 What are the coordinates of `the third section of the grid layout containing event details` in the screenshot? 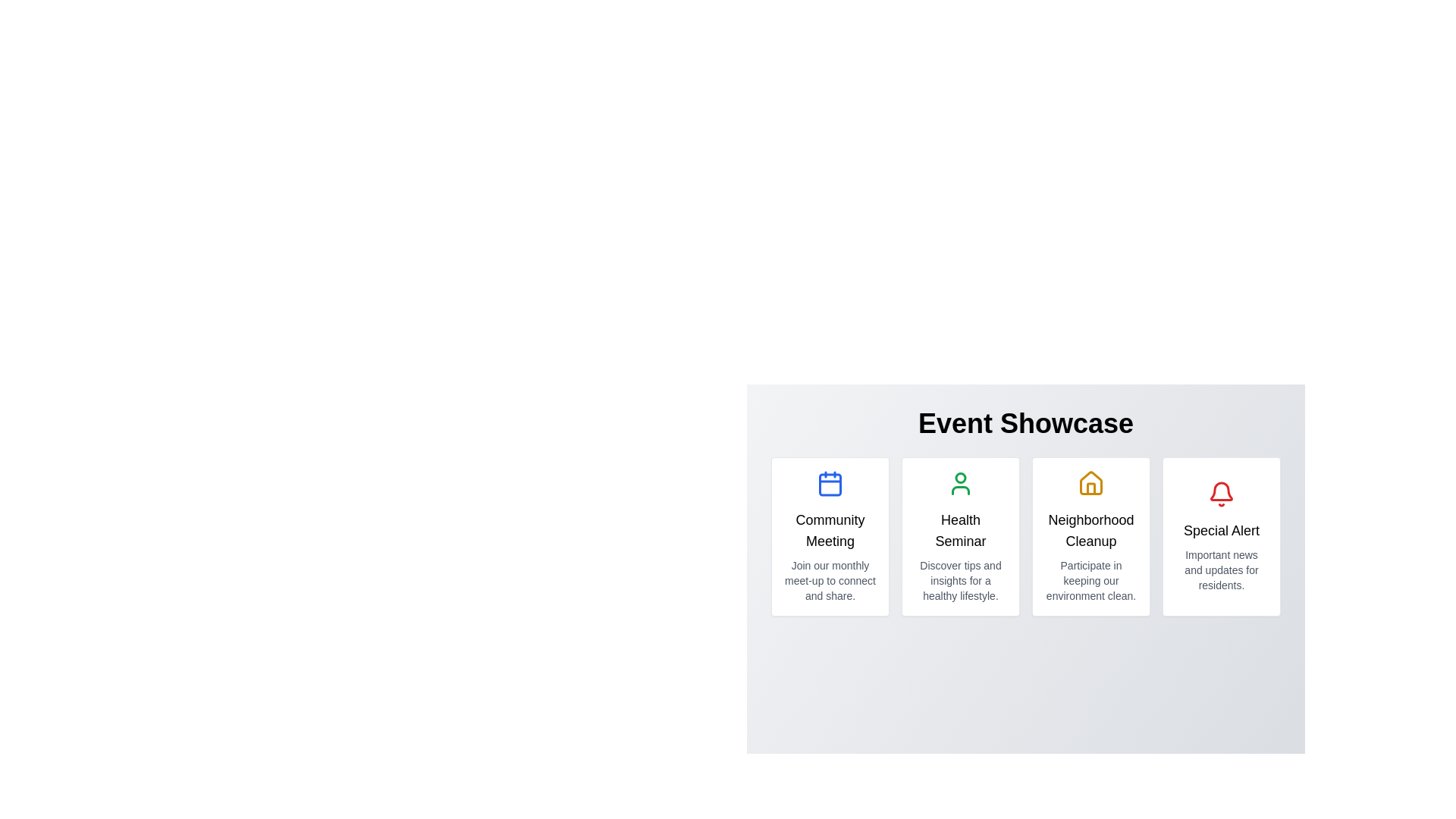 It's located at (1026, 536).